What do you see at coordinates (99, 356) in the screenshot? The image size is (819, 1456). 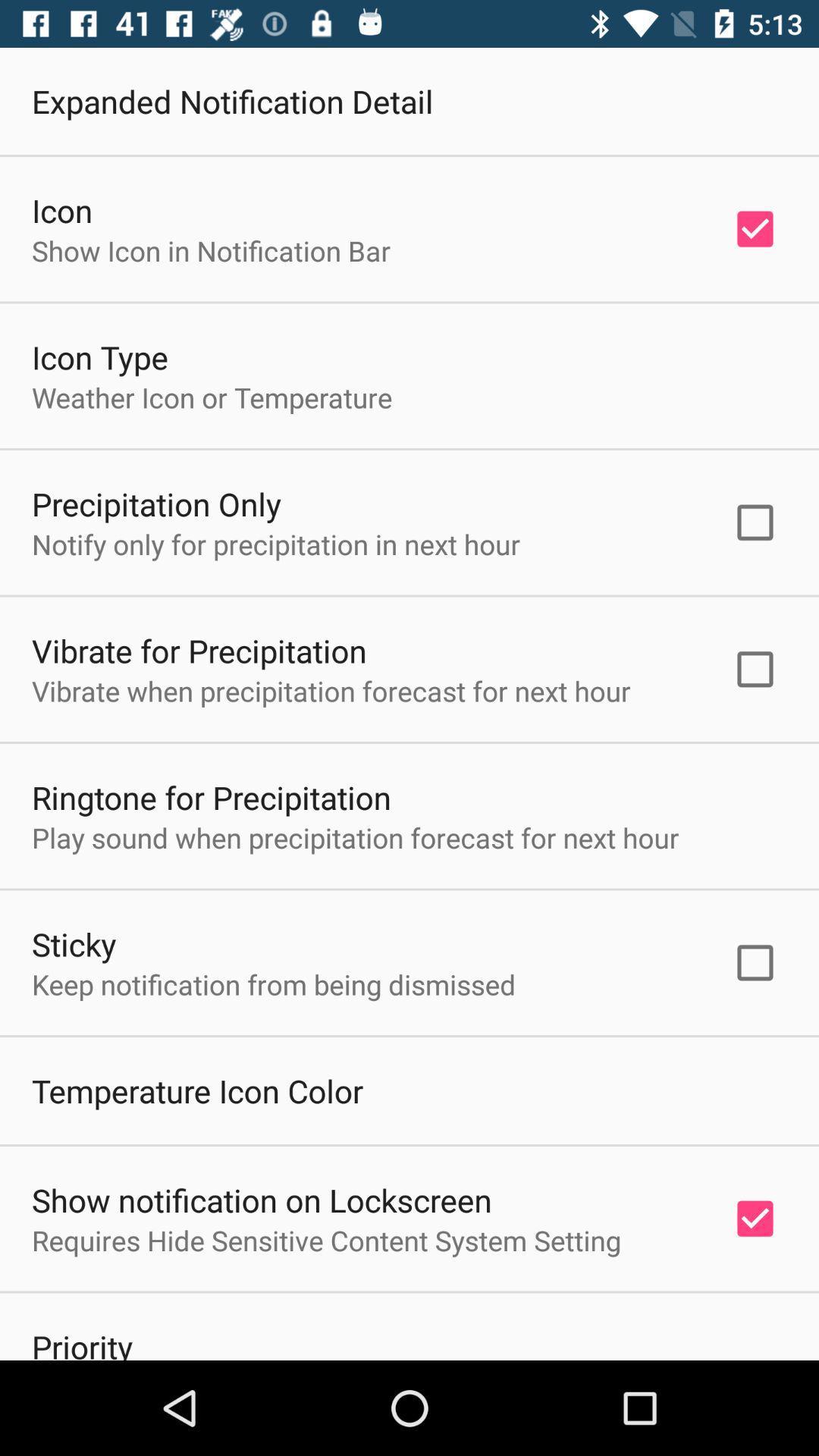 I see `icon below show icon in item` at bounding box center [99, 356].